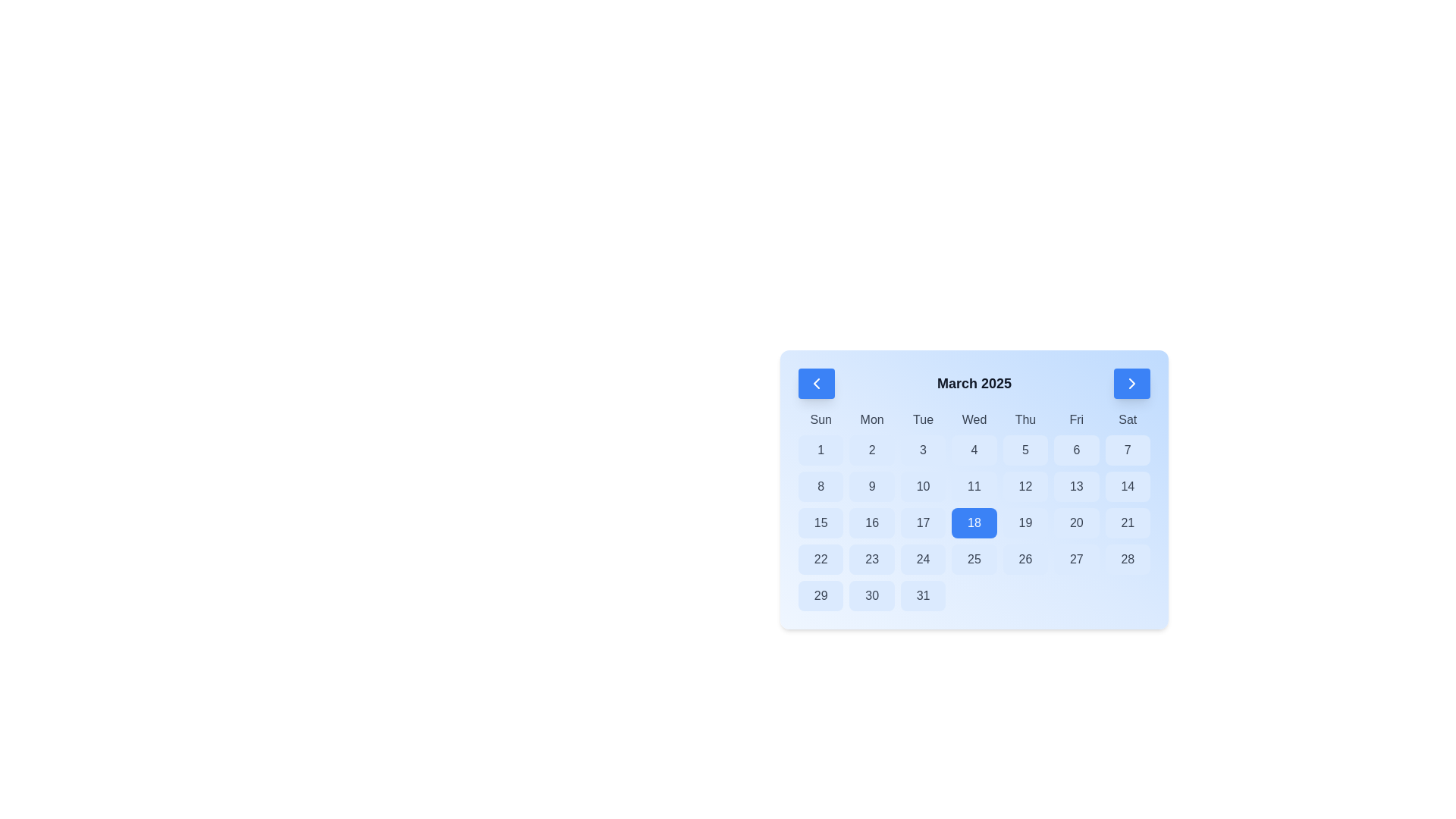 The height and width of the screenshot is (819, 1456). Describe the element at coordinates (872, 522) in the screenshot. I see `the rounded light blue button labeled '16' in the fourth row and second column of the March 2025 calendar grid` at that location.